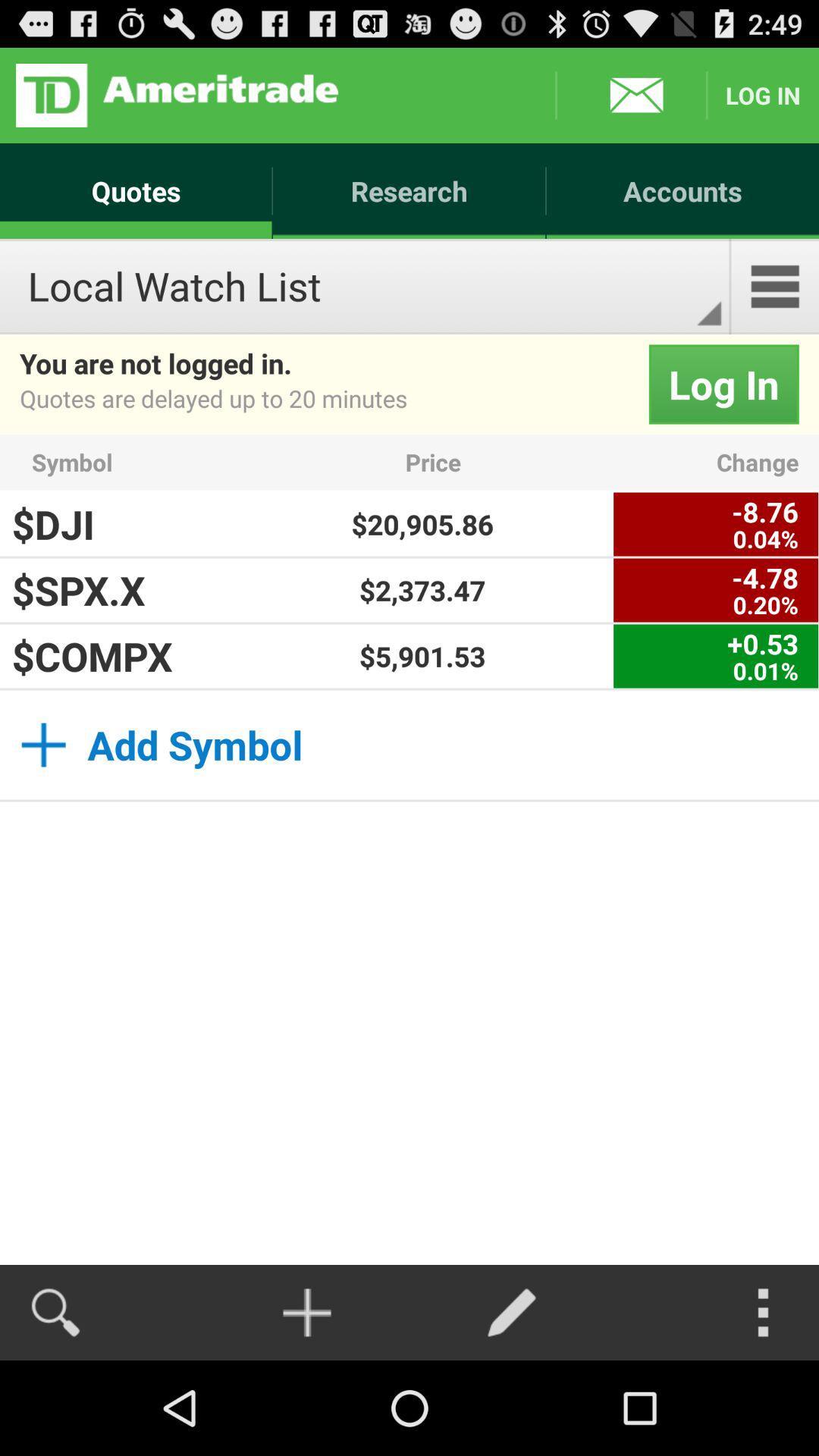 The width and height of the screenshot is (819, 1456). Describe the element at coordinates (111, 589) in the screenshot. I see `the $spx.x item` at that location.